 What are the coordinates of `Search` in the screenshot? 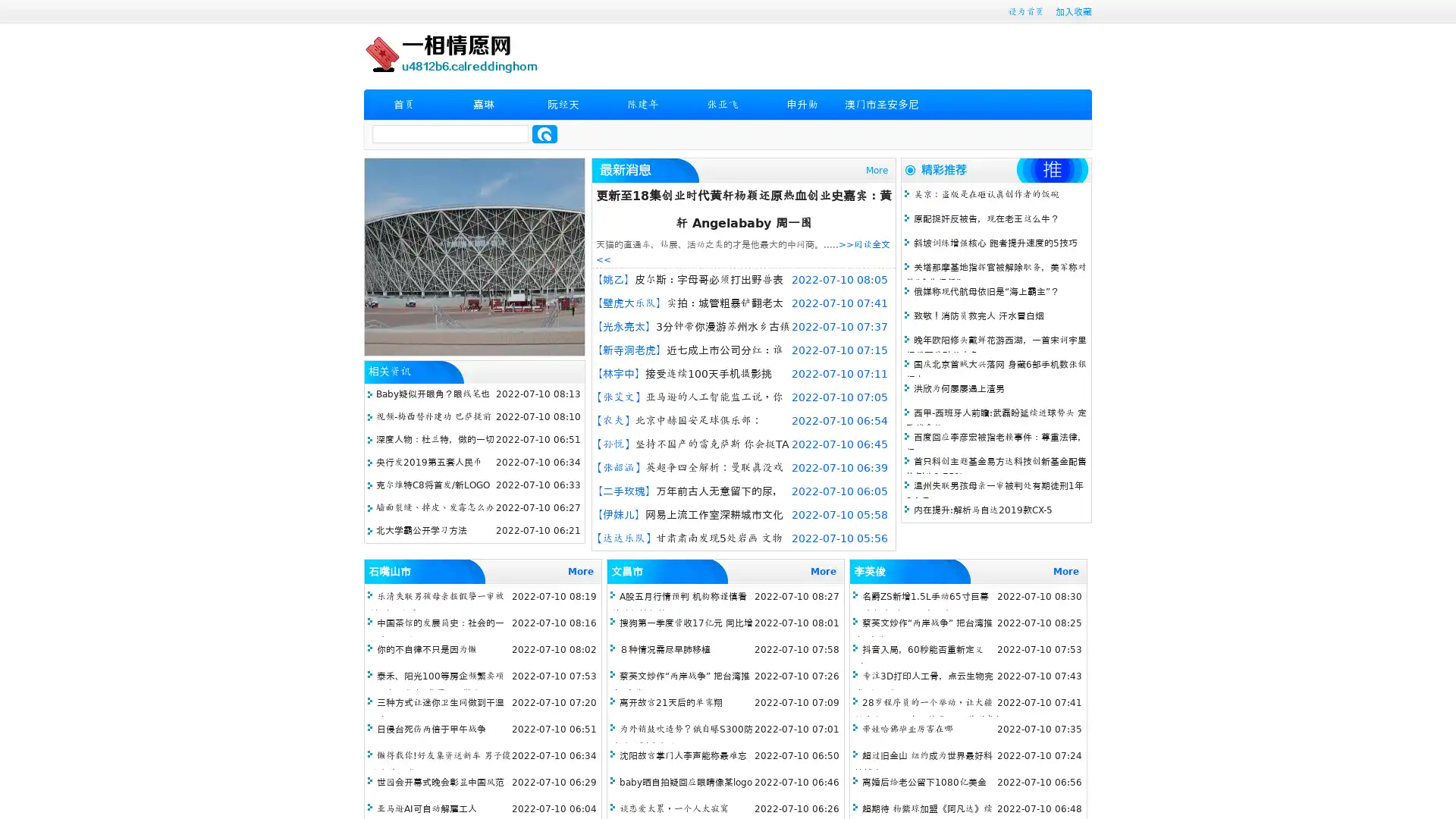 It's located at (544, 133).